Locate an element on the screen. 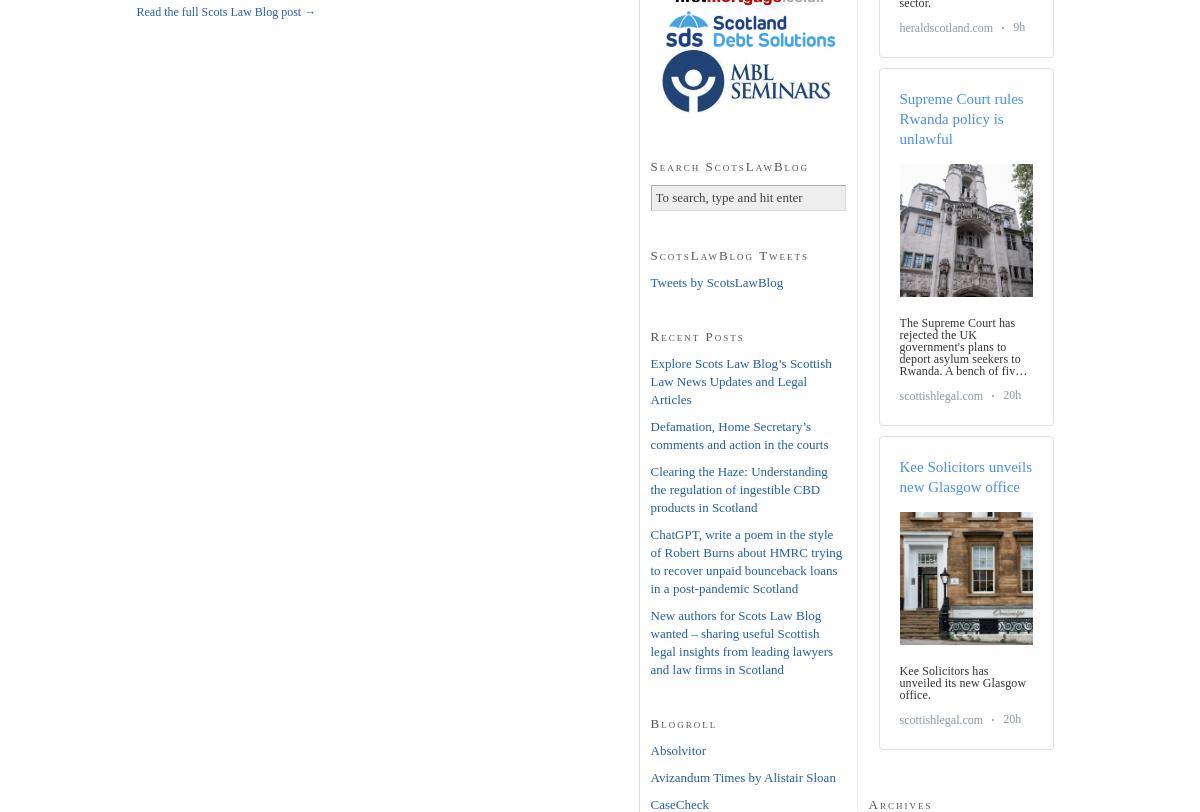 The width and height of the screenshot is (1200, 812). 'Clearing the Haze: Understanding the regulation of ingestible CBD products in Scotland' is located at coordinates (650, 488).